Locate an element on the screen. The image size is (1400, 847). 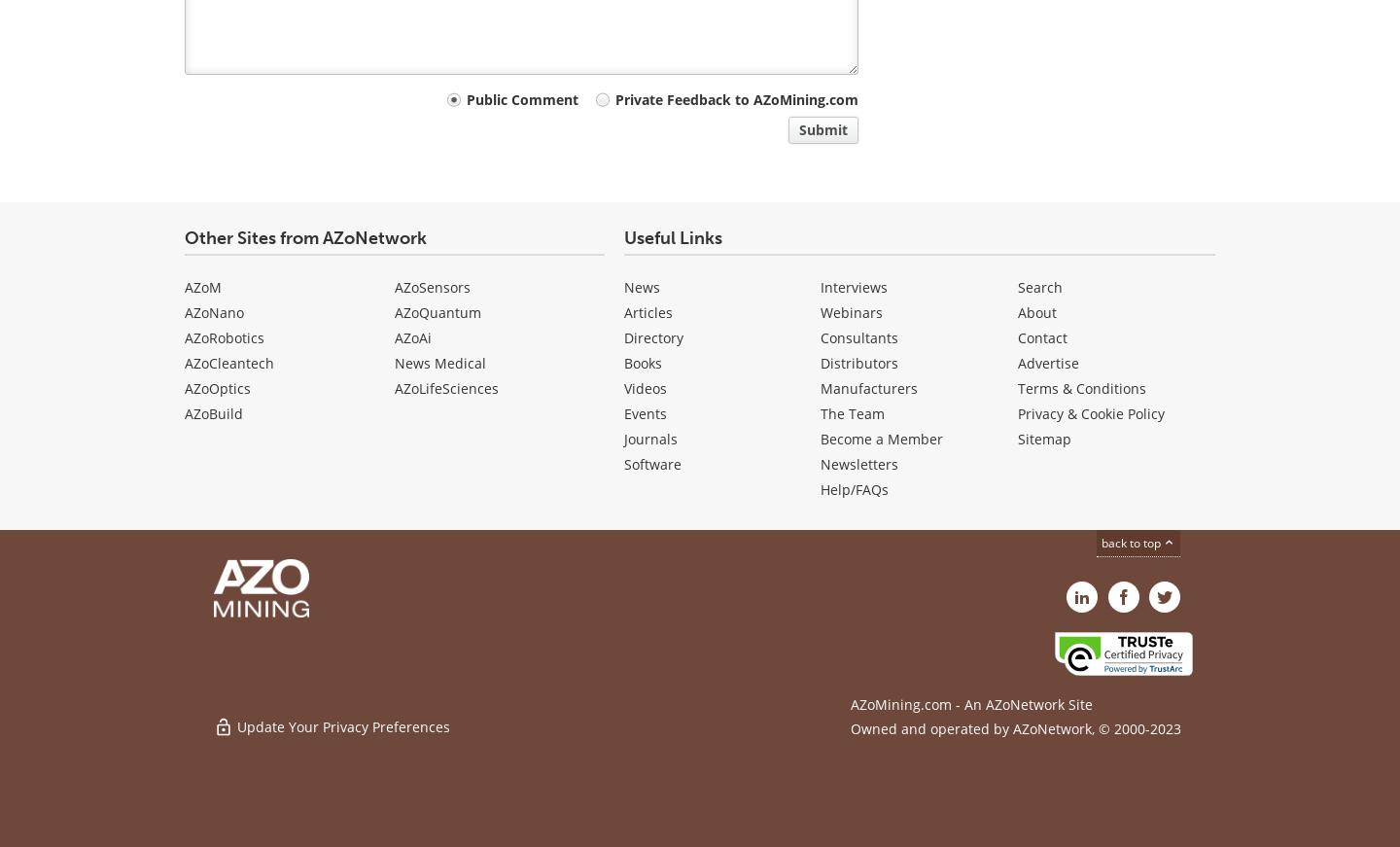
'Manufacturers' is located at coordinates (819, 387).